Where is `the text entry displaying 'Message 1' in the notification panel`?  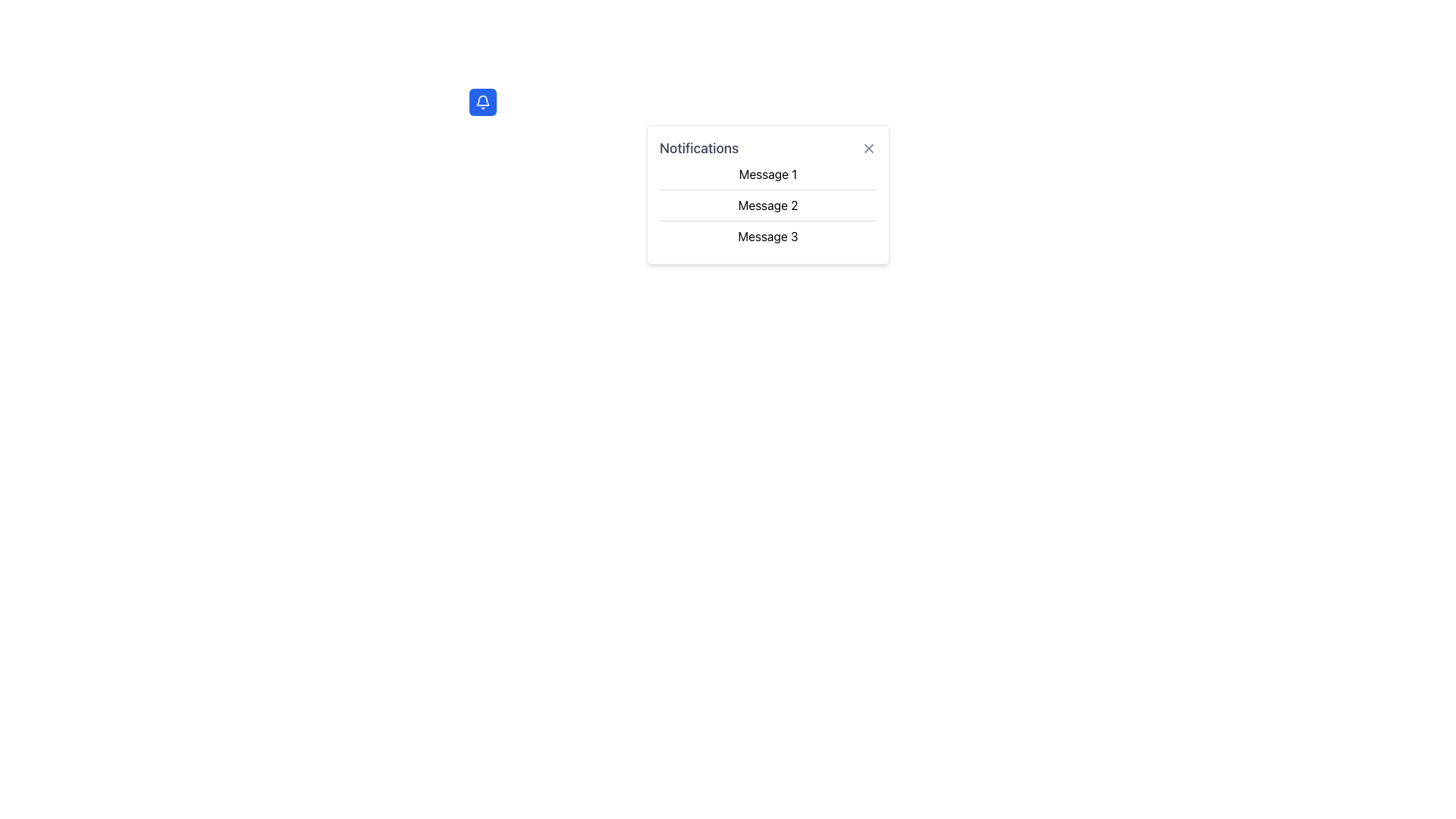
the text entry displaying 'Message 1' in the notification panel is located at coordinates (767, 174).